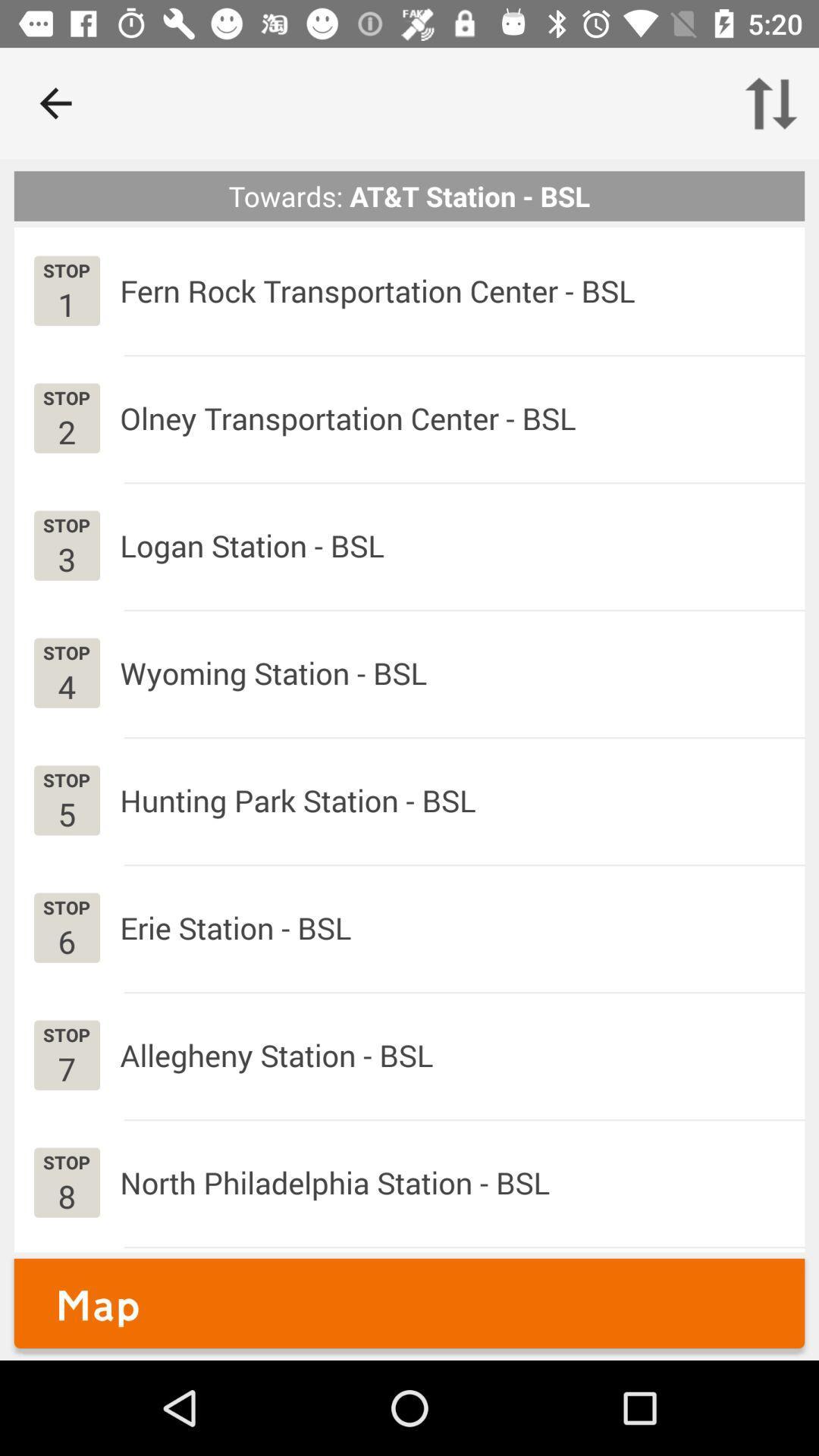  I want to click on the icon next to olney transportation center icon, so click(66, 431).